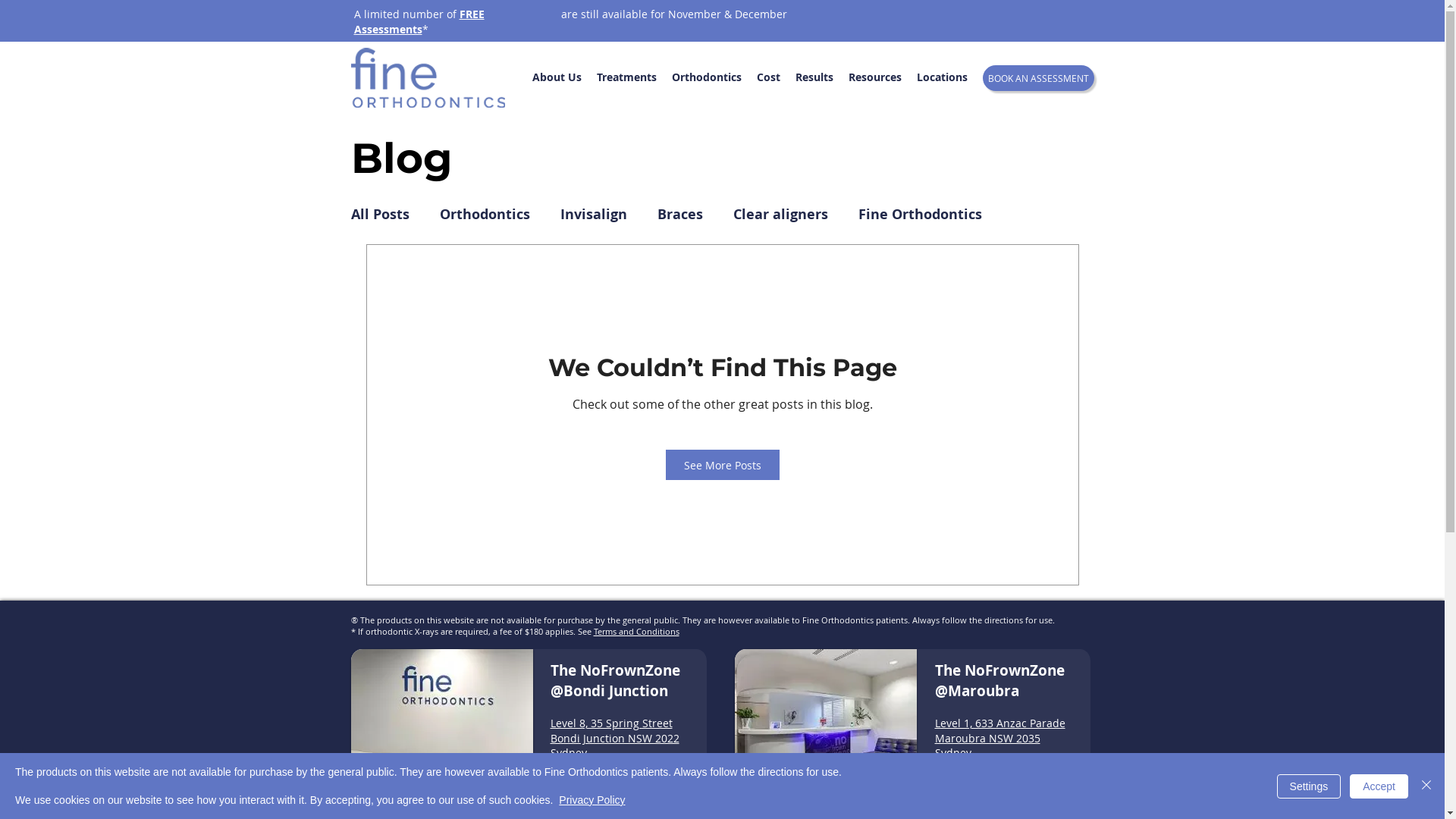 This screenshot has width=1456, height=819. Describe the element at coordinates (1037, 78) in the screenshot. I see `'BOOK AN ASSESSMENT'` at that location.